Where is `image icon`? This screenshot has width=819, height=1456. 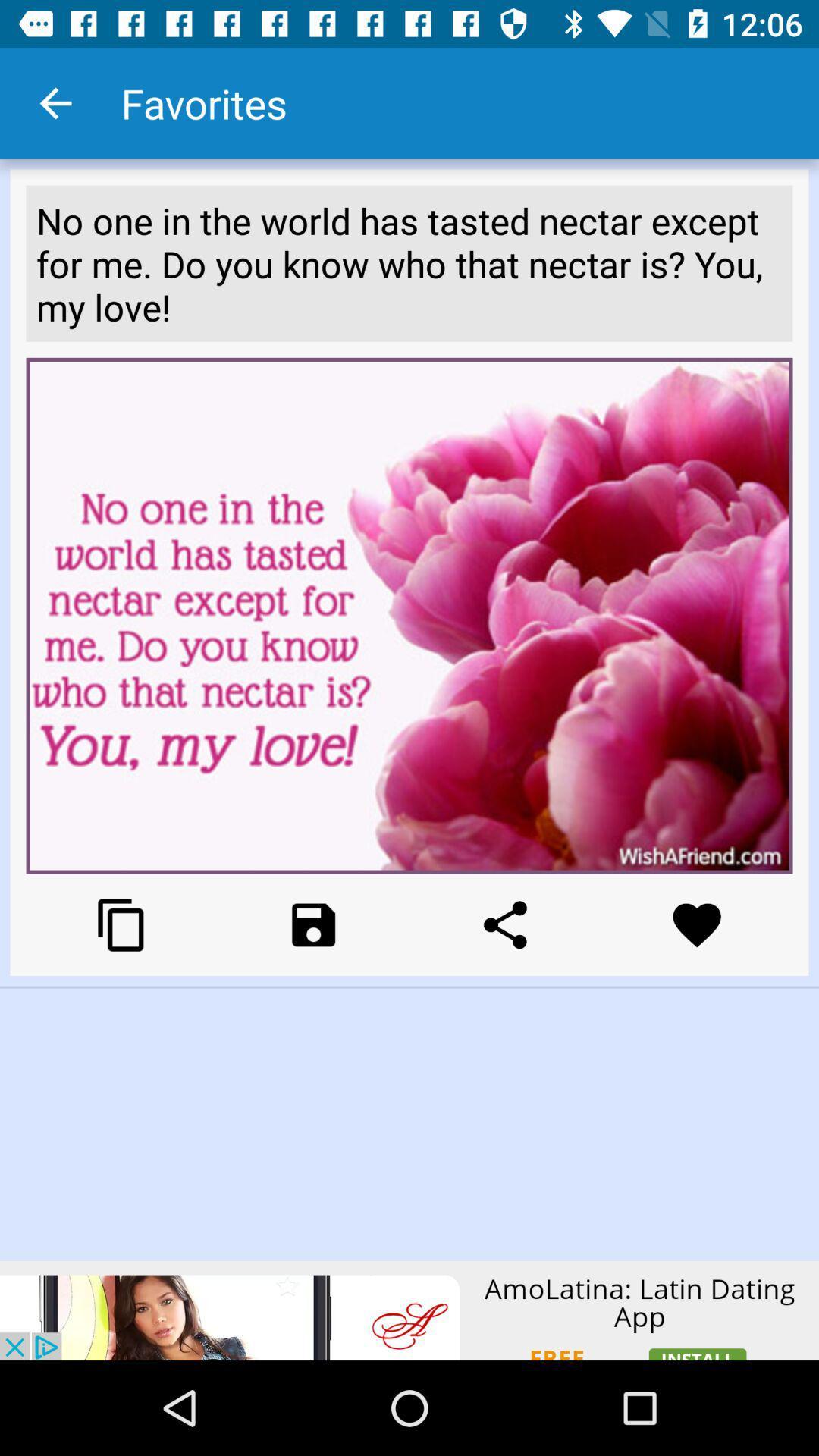
image icon is located at coordinates (312, 924).